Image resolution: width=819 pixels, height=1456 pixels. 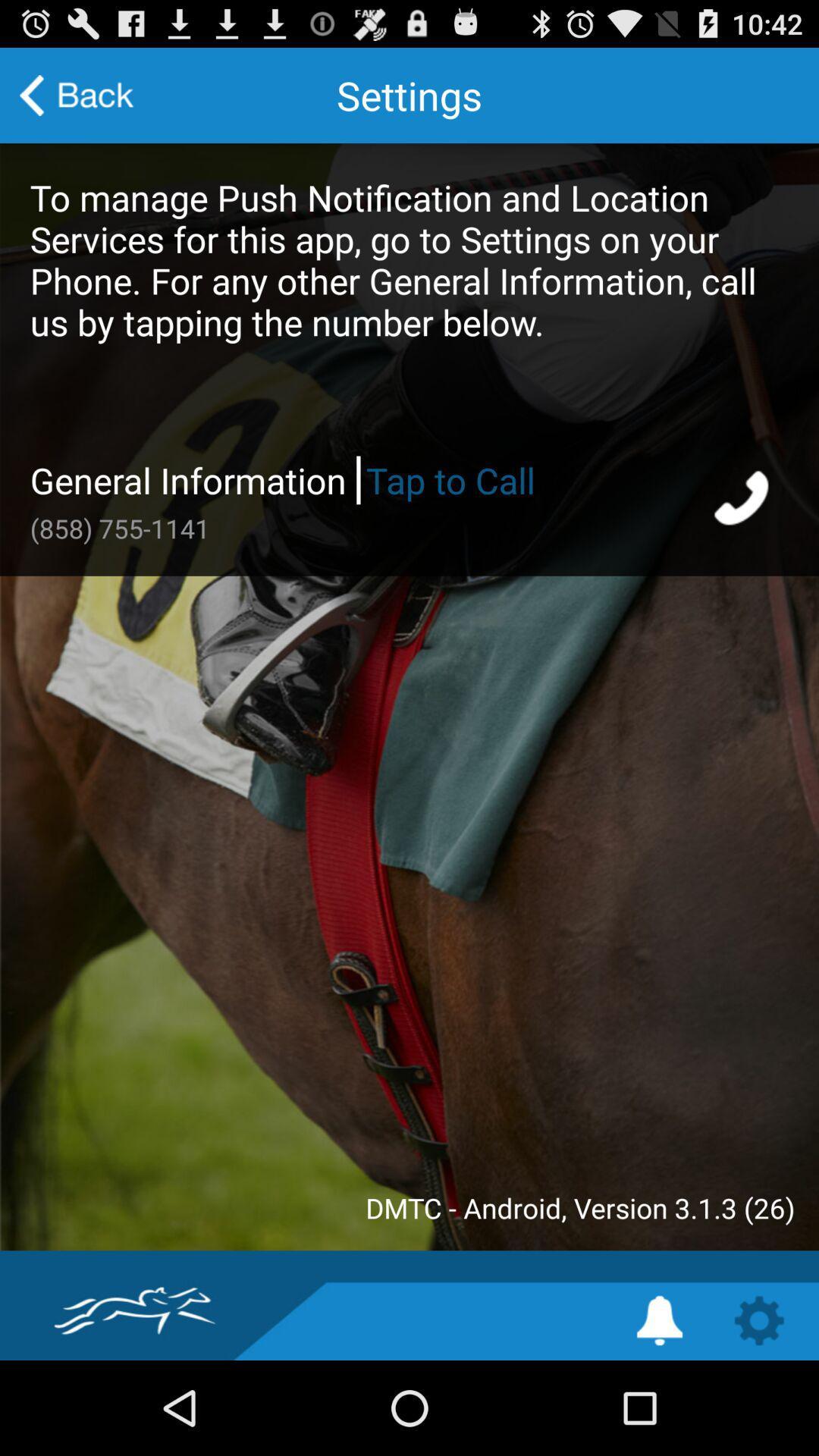 What do you see at coordinates (659, 1412) in the screenshot?
I see `the notifications icon` at bounding box center [659, 1412].